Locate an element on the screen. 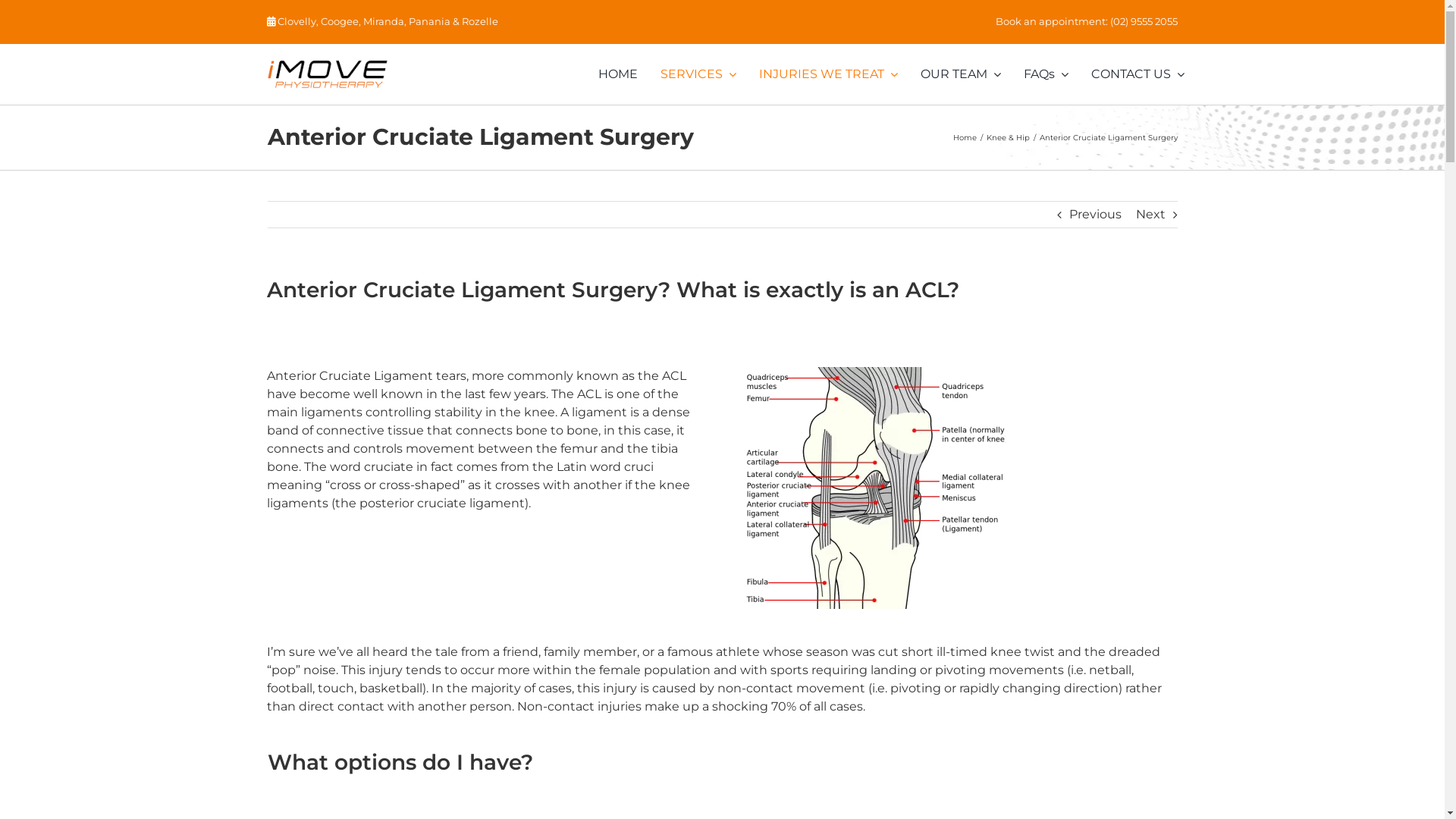  'Home' is located at coordinates (963, 136).